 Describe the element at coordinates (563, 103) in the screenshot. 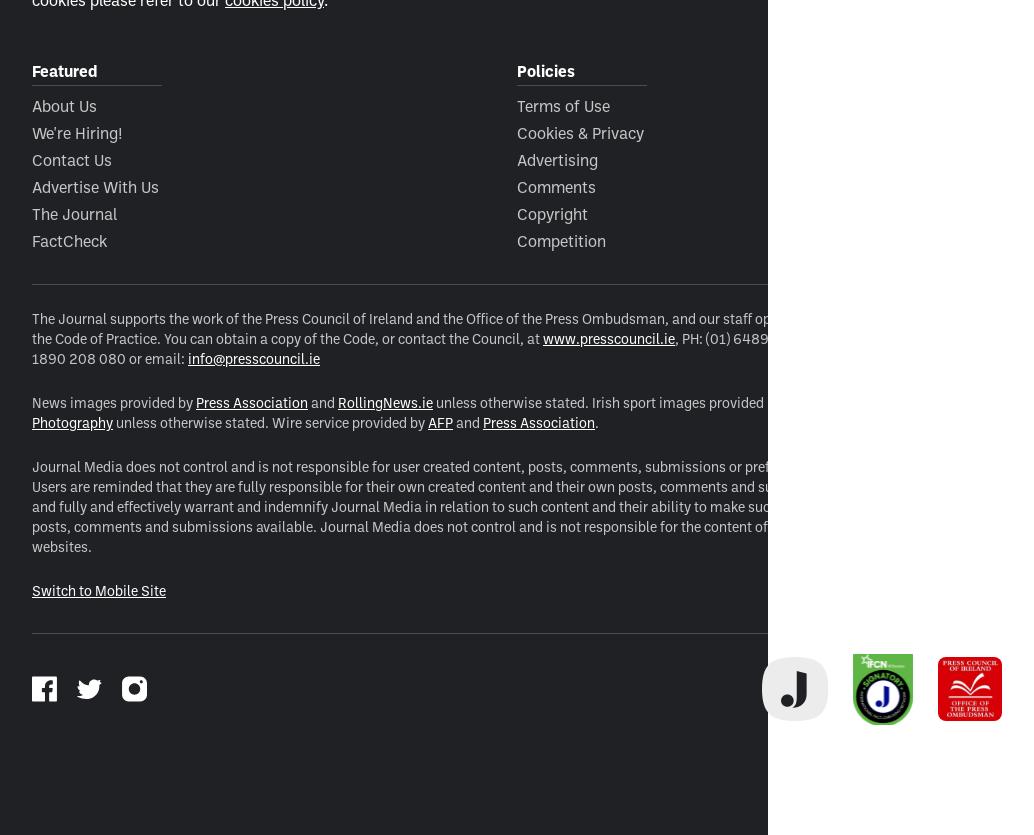

I see `'Terms of Use'` at that location.